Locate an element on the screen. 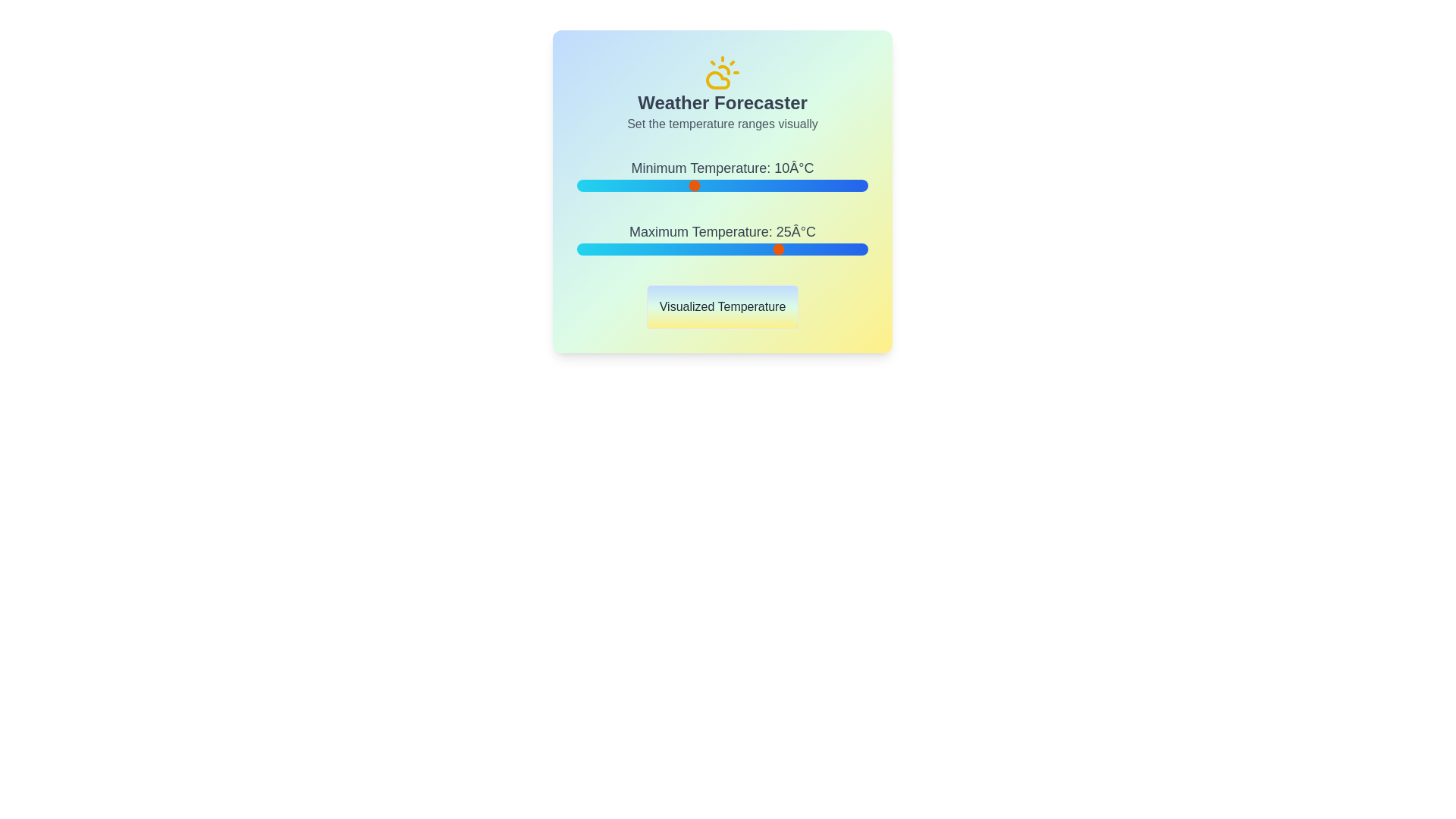  the 'Visualized Temperature' box to inspect its details is located at coordinates (722, 307).